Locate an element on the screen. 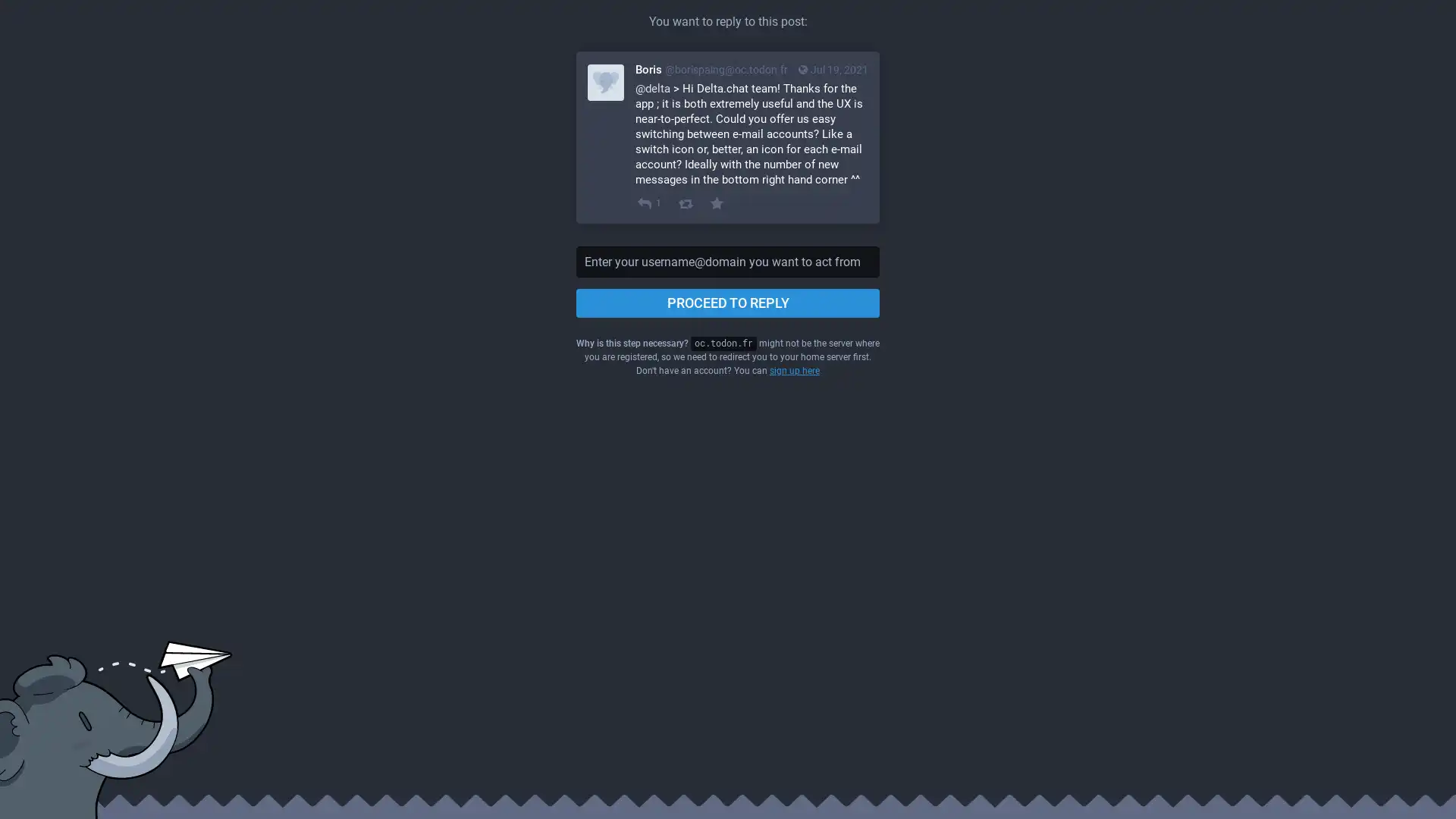  PROCEED TO REPLY is located at coordinates (728, 303).